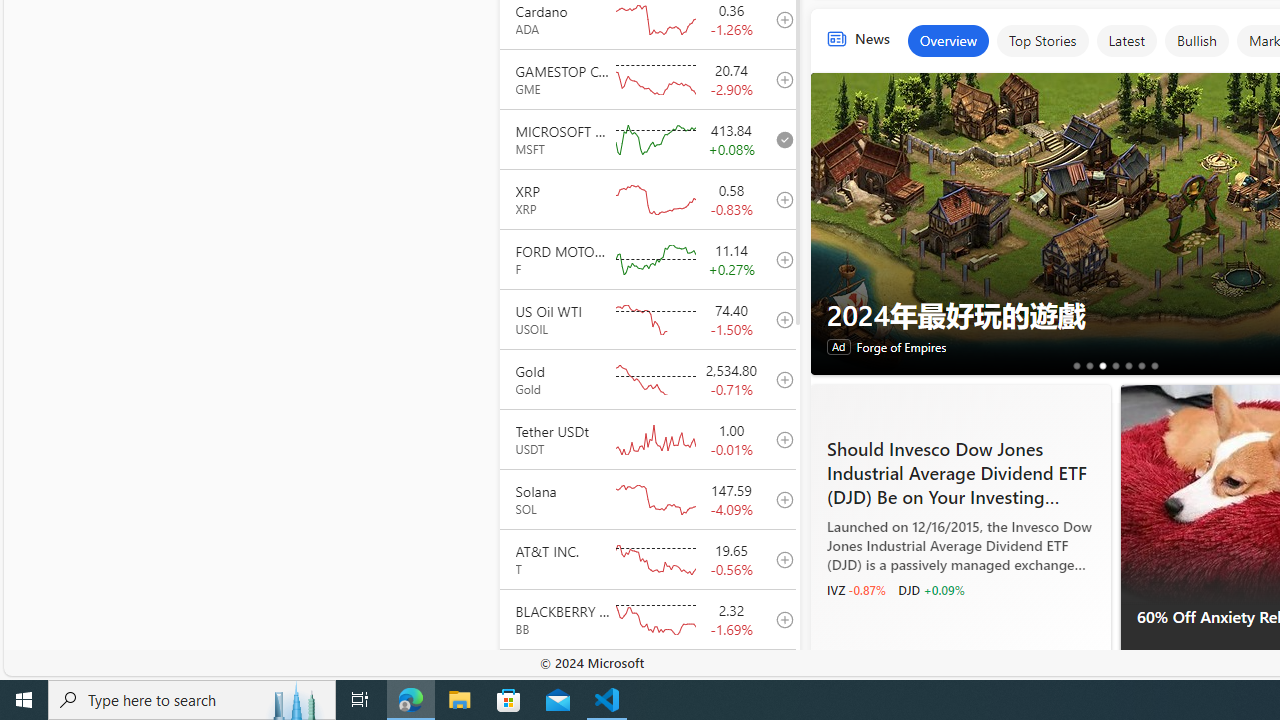  What do you see at coordinates (947, 41) in the screenshot?
I see `'Overview'` at bounding box center [947, 41].